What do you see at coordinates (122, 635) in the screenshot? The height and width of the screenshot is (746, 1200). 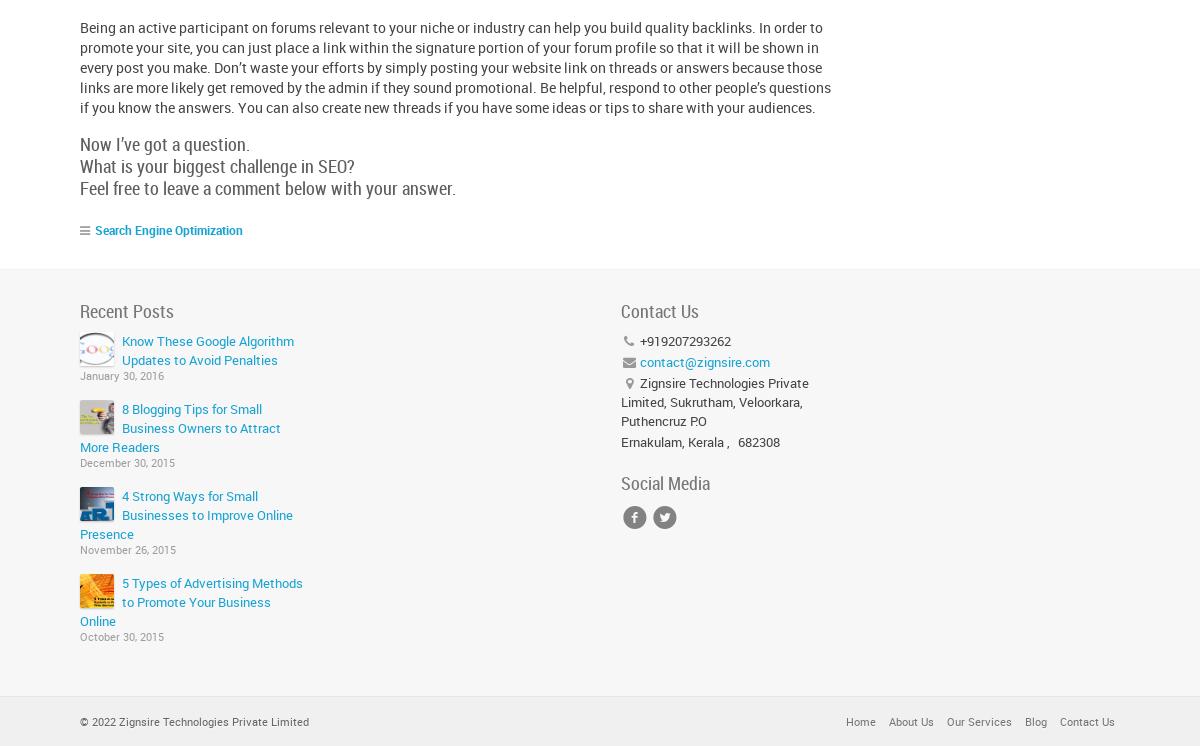 I see `'October 30, 2015'` at bounding box center [122, 635].